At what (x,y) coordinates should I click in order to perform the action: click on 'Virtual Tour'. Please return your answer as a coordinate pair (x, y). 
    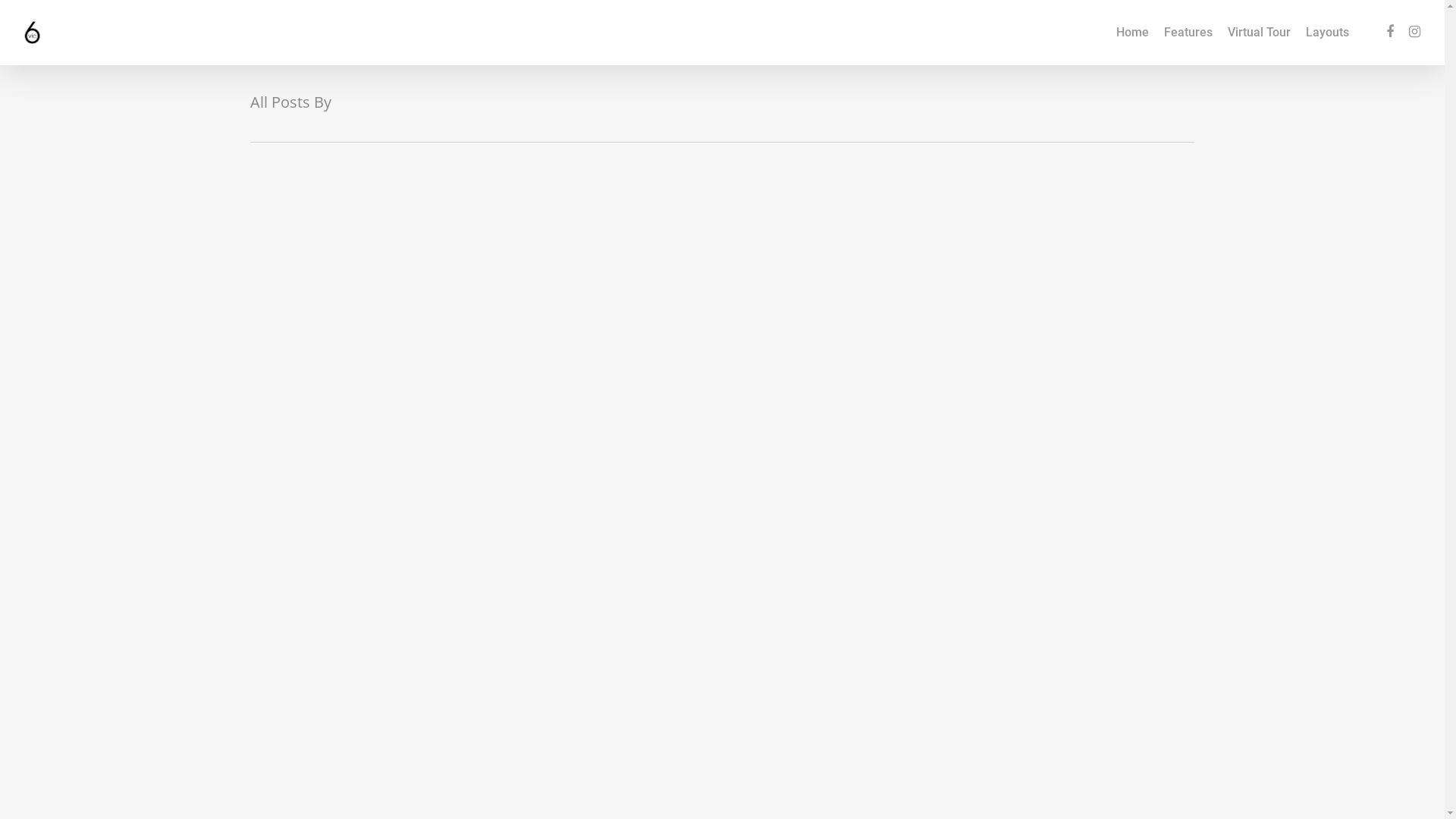
    Looking at the image, I should click on (1219, 32).